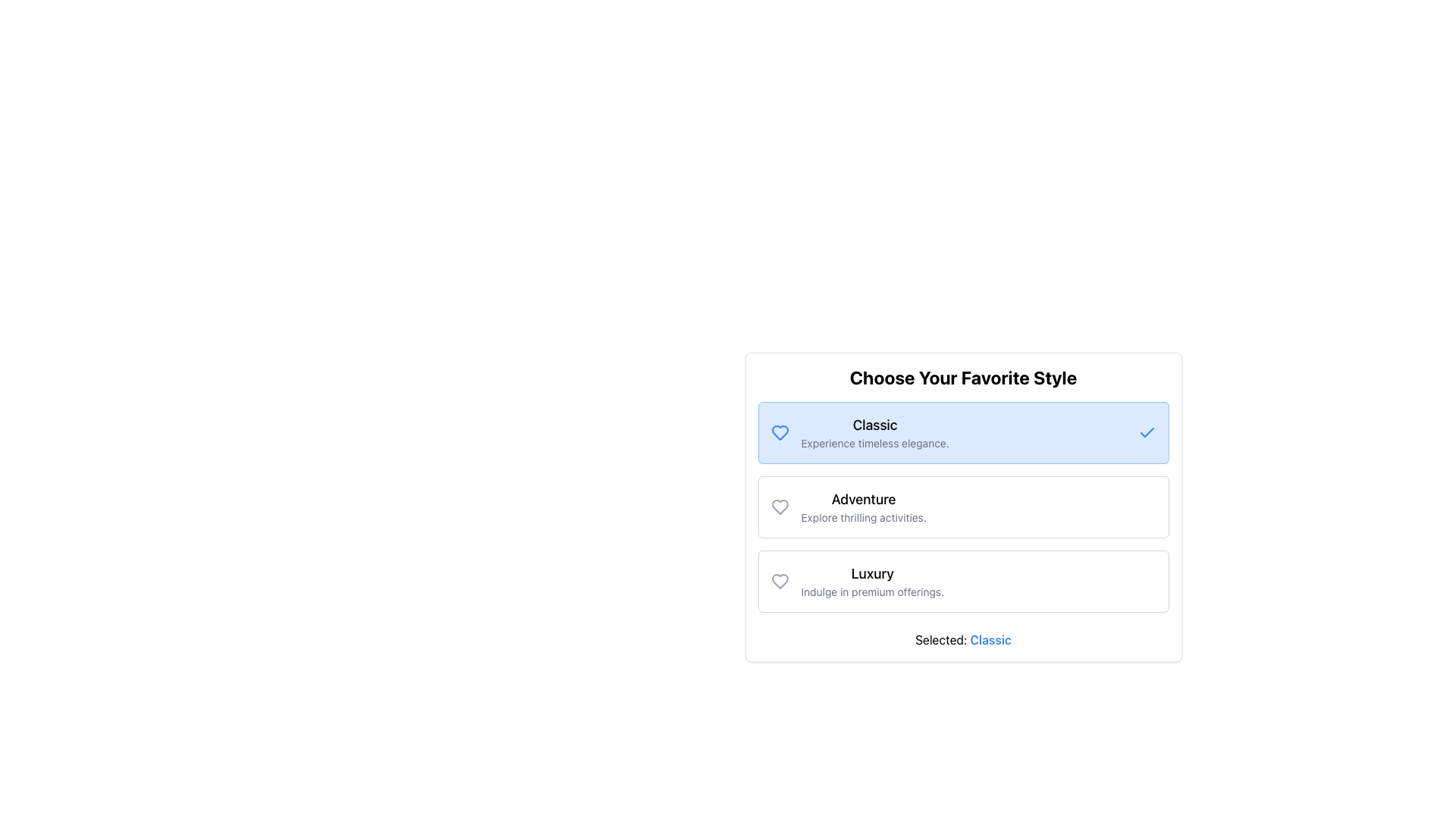 This screenshot has height=819, width=1456. What do you see at coordinates (864, 516) in the screenshot?
I see `the subtitle text located directly below the main title 'Adventure' in the 'Adventure' card option to check for a tooltip` at bounding box center [864, 516].